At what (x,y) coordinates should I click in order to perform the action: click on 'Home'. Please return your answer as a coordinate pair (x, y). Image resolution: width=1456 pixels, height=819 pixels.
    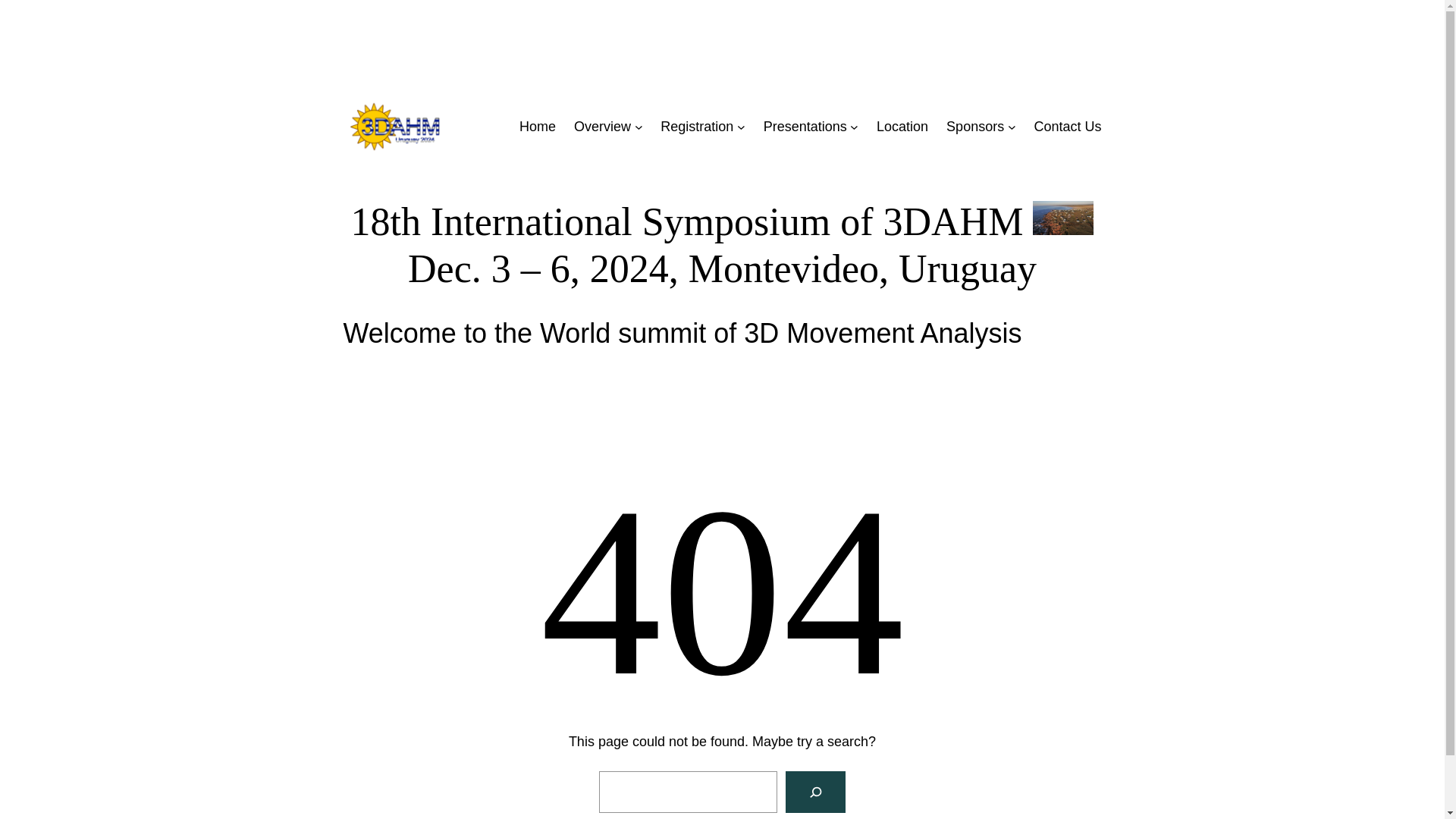
    Looking at the image, I should click on (538, 126).